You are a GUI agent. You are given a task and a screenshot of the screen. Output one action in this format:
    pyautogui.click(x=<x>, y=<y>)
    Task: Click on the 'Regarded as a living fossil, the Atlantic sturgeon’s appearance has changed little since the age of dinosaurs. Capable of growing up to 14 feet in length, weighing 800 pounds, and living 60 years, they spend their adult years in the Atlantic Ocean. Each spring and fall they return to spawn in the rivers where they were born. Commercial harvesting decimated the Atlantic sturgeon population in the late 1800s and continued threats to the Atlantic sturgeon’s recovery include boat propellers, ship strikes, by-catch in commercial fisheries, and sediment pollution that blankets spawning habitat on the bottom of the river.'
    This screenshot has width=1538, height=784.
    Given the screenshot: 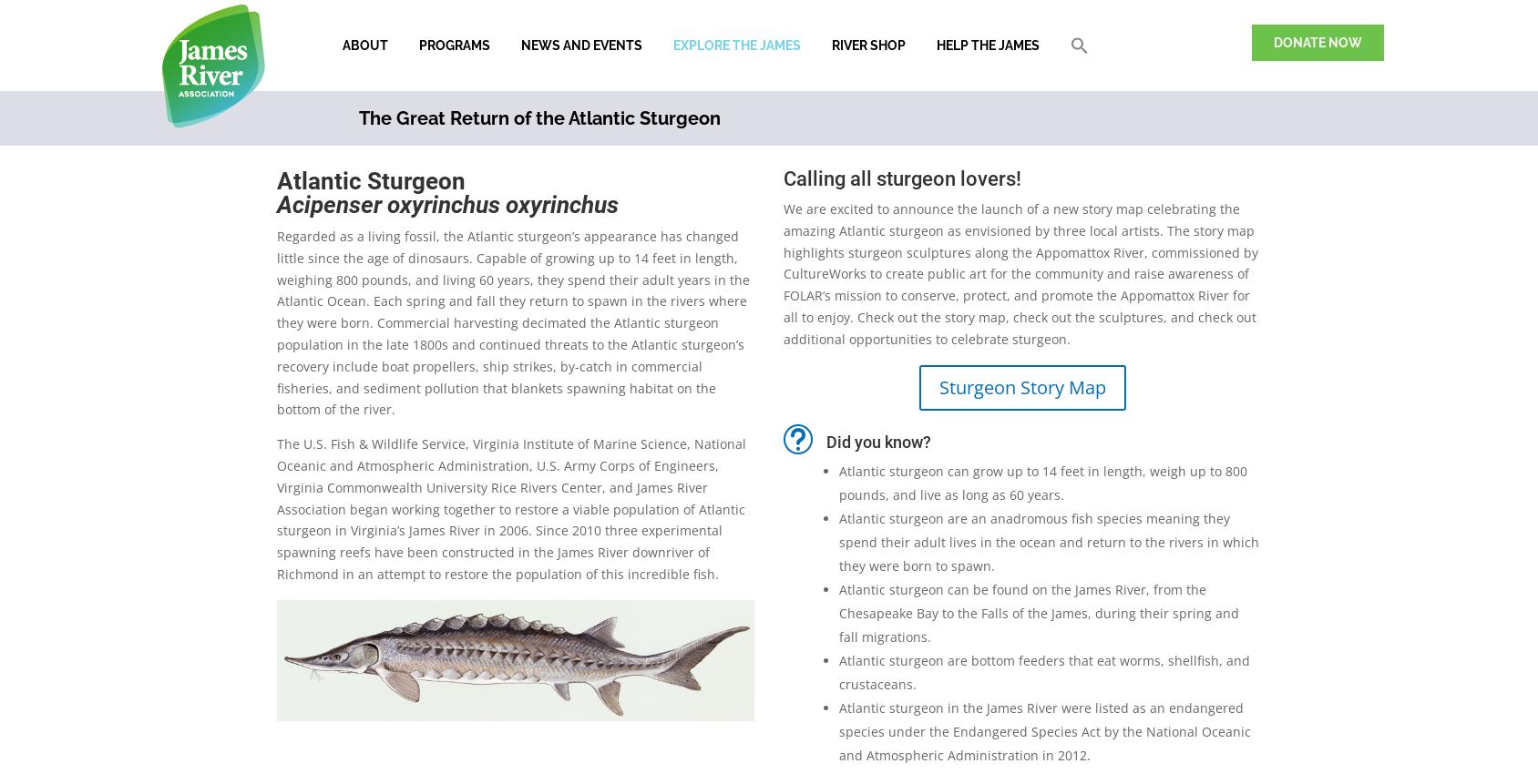 What is the action you would take?
    pyautogui.click(x=276, y=321)
    